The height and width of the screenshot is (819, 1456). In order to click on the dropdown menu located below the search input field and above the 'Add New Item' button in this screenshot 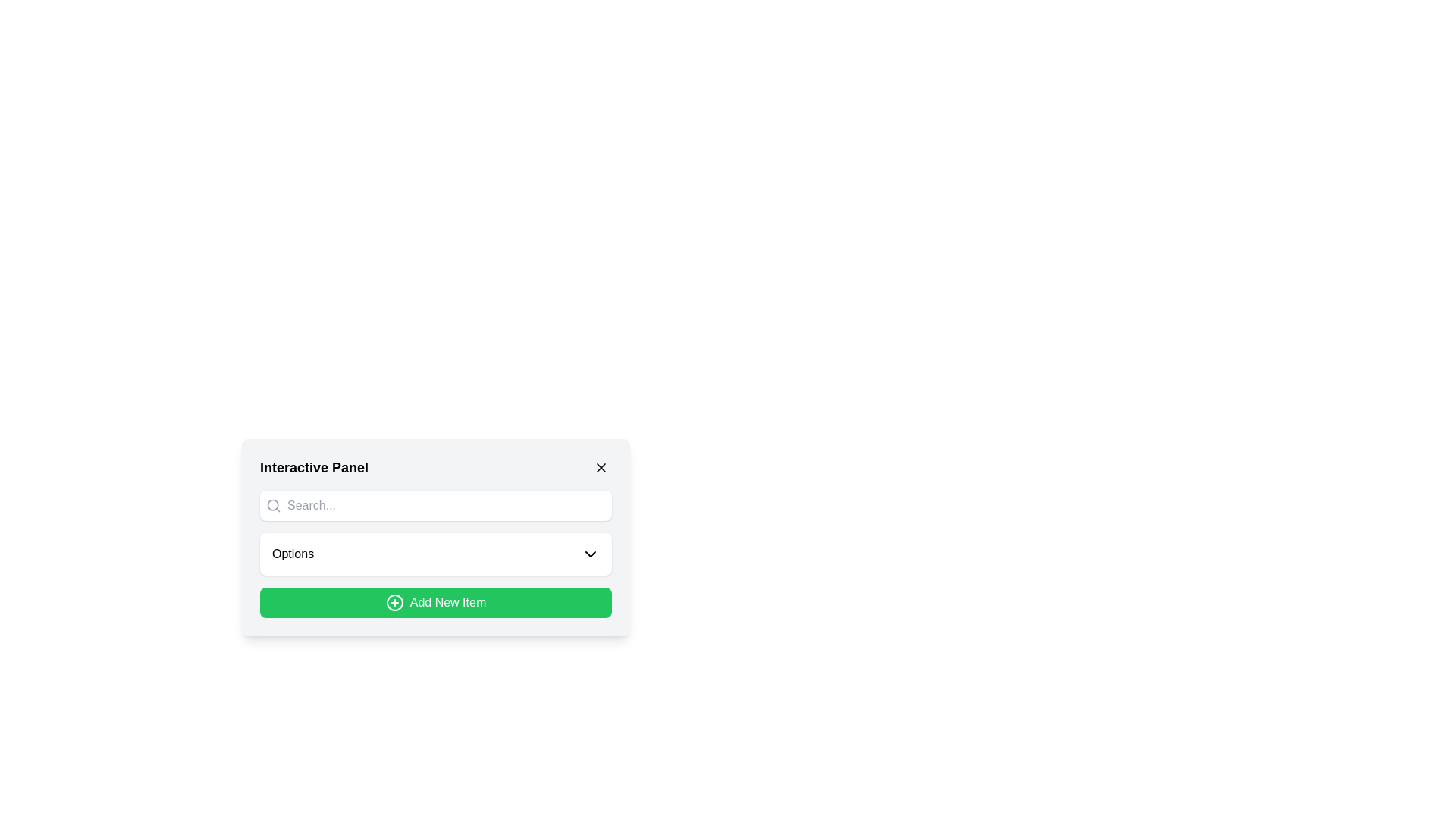, I will do `click(435, 554)`.